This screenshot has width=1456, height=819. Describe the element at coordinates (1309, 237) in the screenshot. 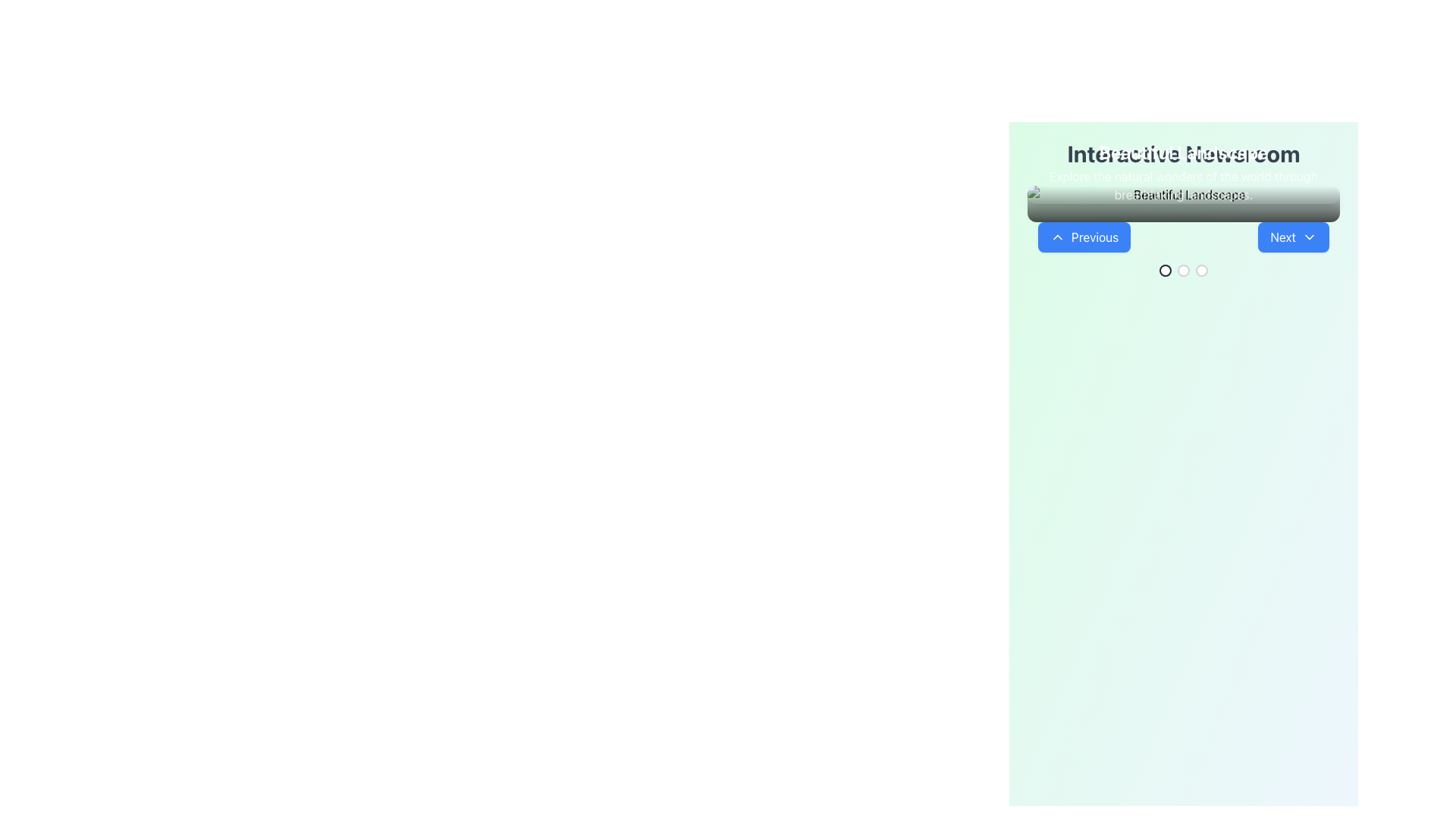

I see `the small downward-pointing chevron icon located on the right-hand side of the 'Next' button` at that location.